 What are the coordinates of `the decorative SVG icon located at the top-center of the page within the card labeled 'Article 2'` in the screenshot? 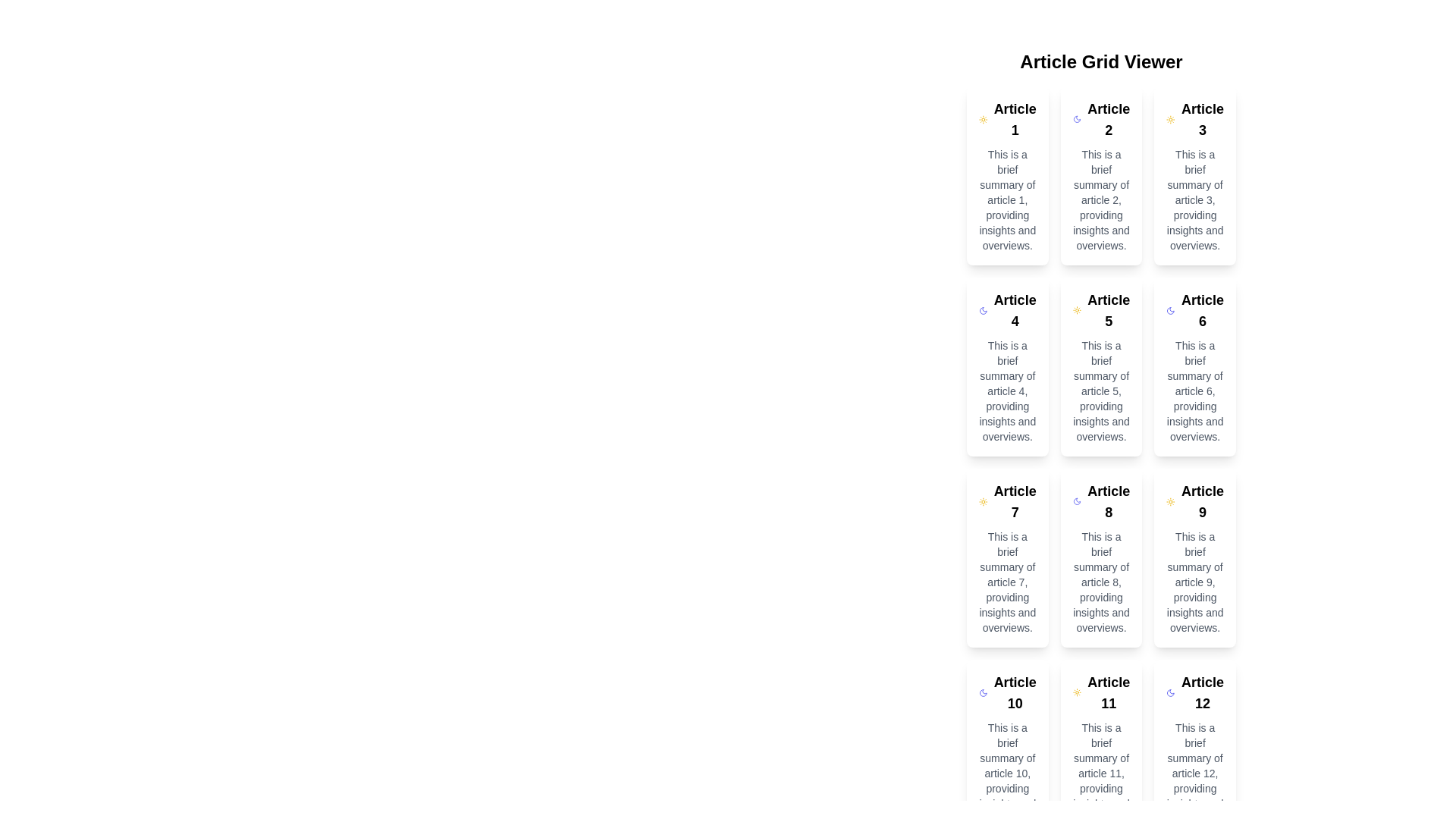 It's located at (1076, 119).